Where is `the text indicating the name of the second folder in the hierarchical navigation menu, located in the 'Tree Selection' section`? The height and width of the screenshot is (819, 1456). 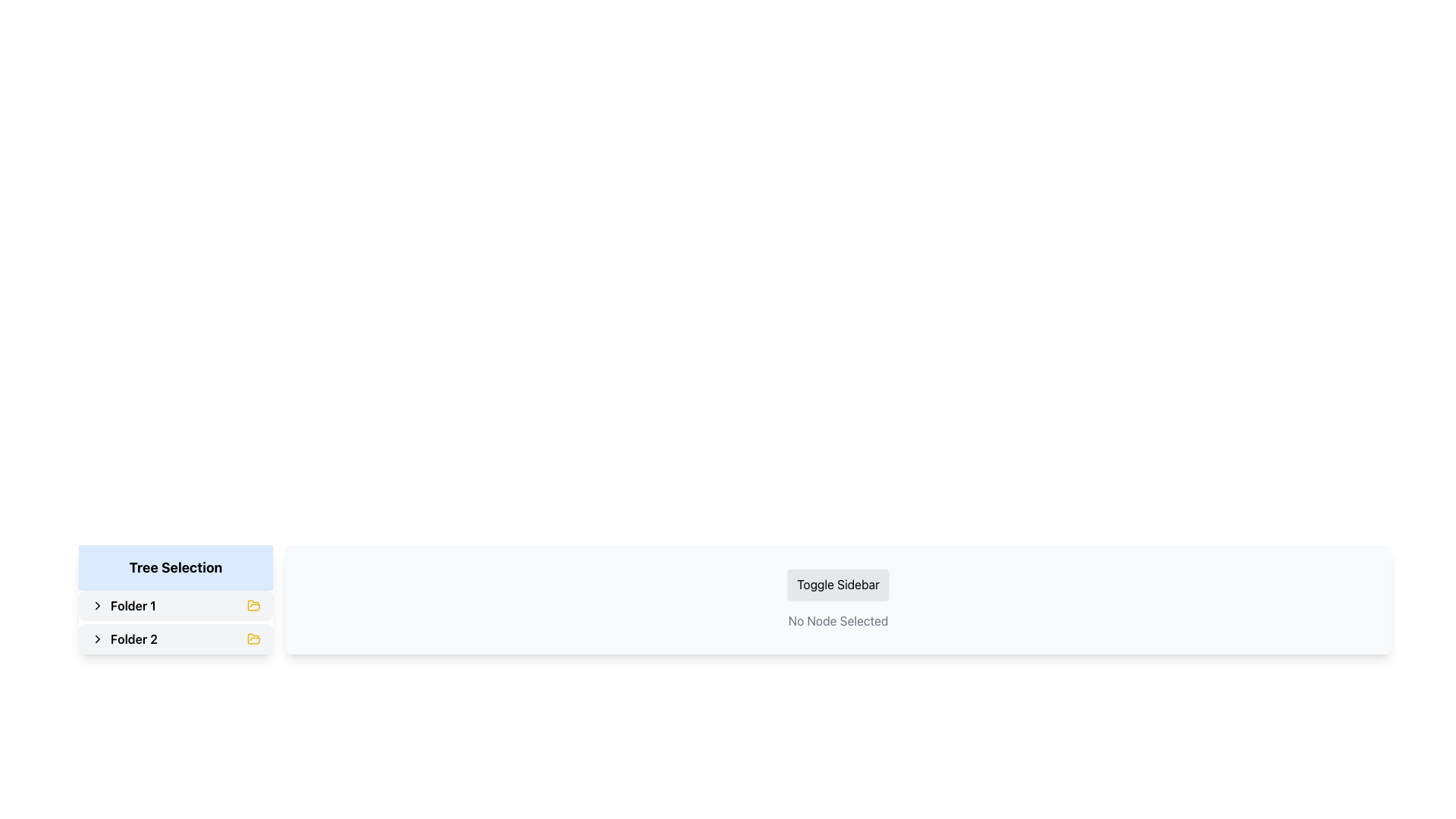 the text indicating the name of the second folder in the hierarchical navigation menu, located in the 'Tree Selection' section is located at coordinates (134, 639).